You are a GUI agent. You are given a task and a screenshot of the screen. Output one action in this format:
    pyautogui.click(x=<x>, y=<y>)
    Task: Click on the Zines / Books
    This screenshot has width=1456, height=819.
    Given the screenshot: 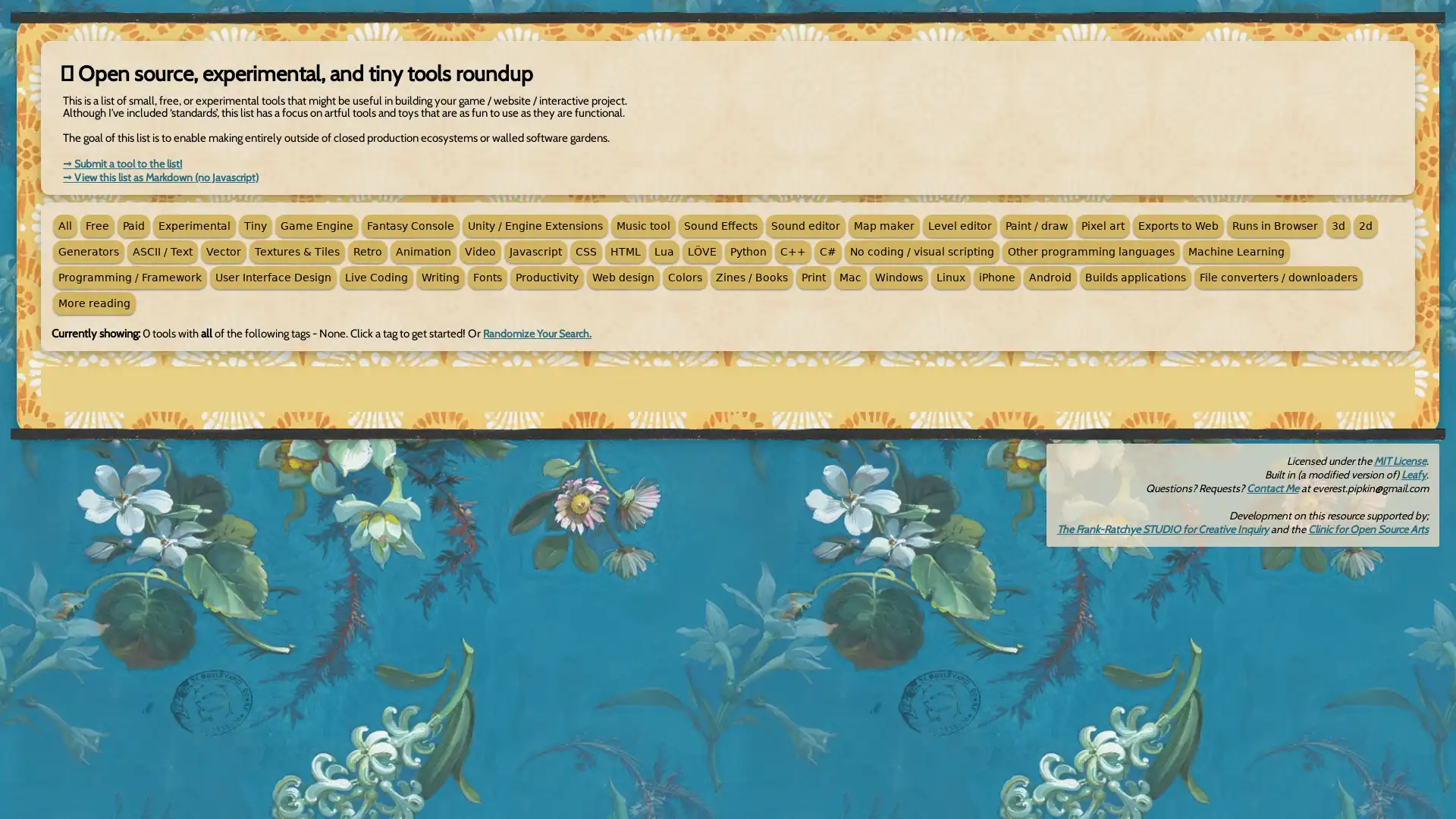 What is the action you would take?
    pyautogui.click(x=752, y=278)
    